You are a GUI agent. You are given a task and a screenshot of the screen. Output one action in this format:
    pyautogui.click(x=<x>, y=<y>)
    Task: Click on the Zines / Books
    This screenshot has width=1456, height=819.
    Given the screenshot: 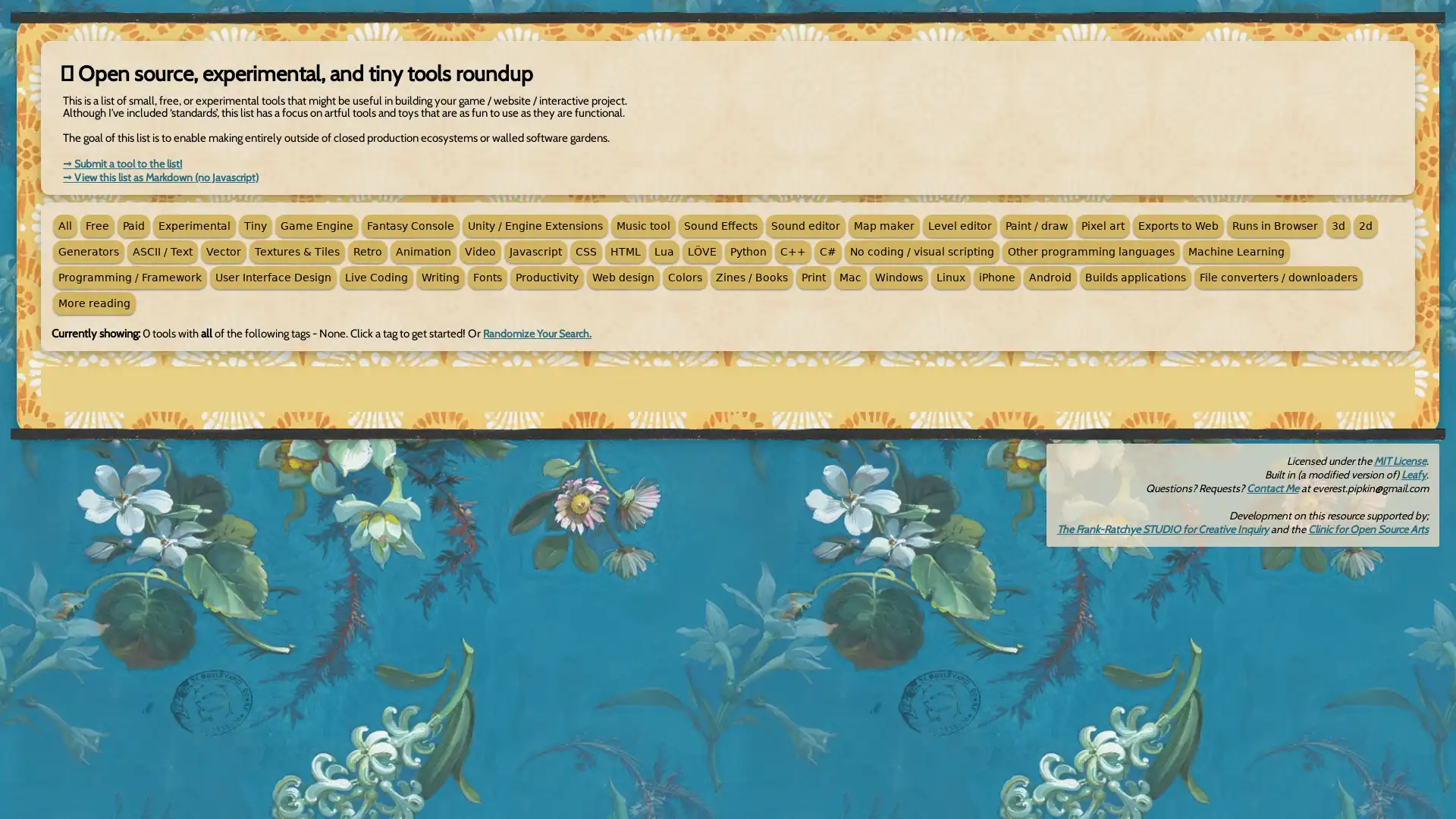 What is the action you would take?
    pyautogui.click(x=752, y=278)
    